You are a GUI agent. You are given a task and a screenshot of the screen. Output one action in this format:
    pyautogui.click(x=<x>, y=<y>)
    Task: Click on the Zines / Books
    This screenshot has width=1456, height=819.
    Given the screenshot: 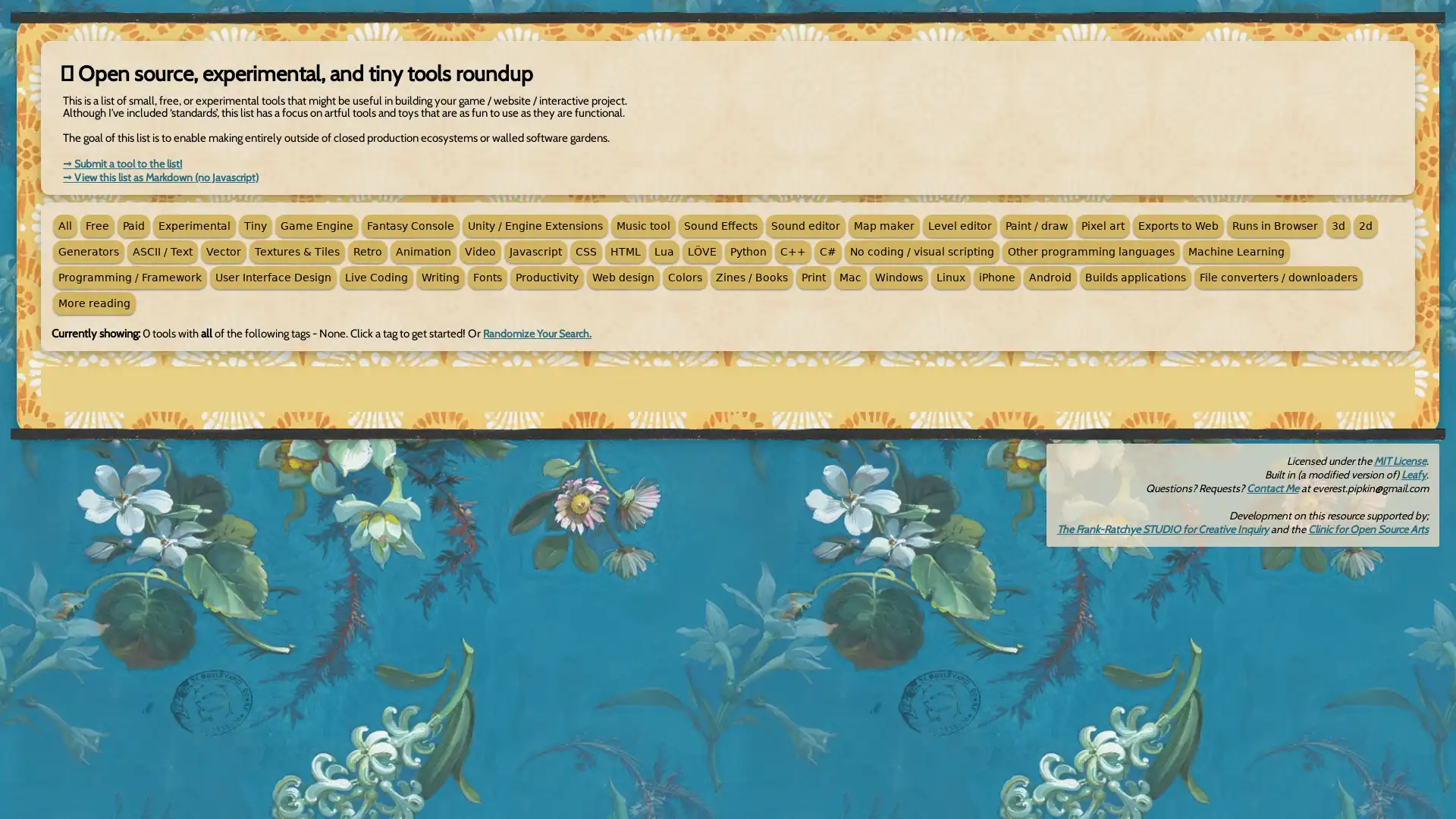 What is the action you would take?
    pyautogui.click(x=752, y=278)
    